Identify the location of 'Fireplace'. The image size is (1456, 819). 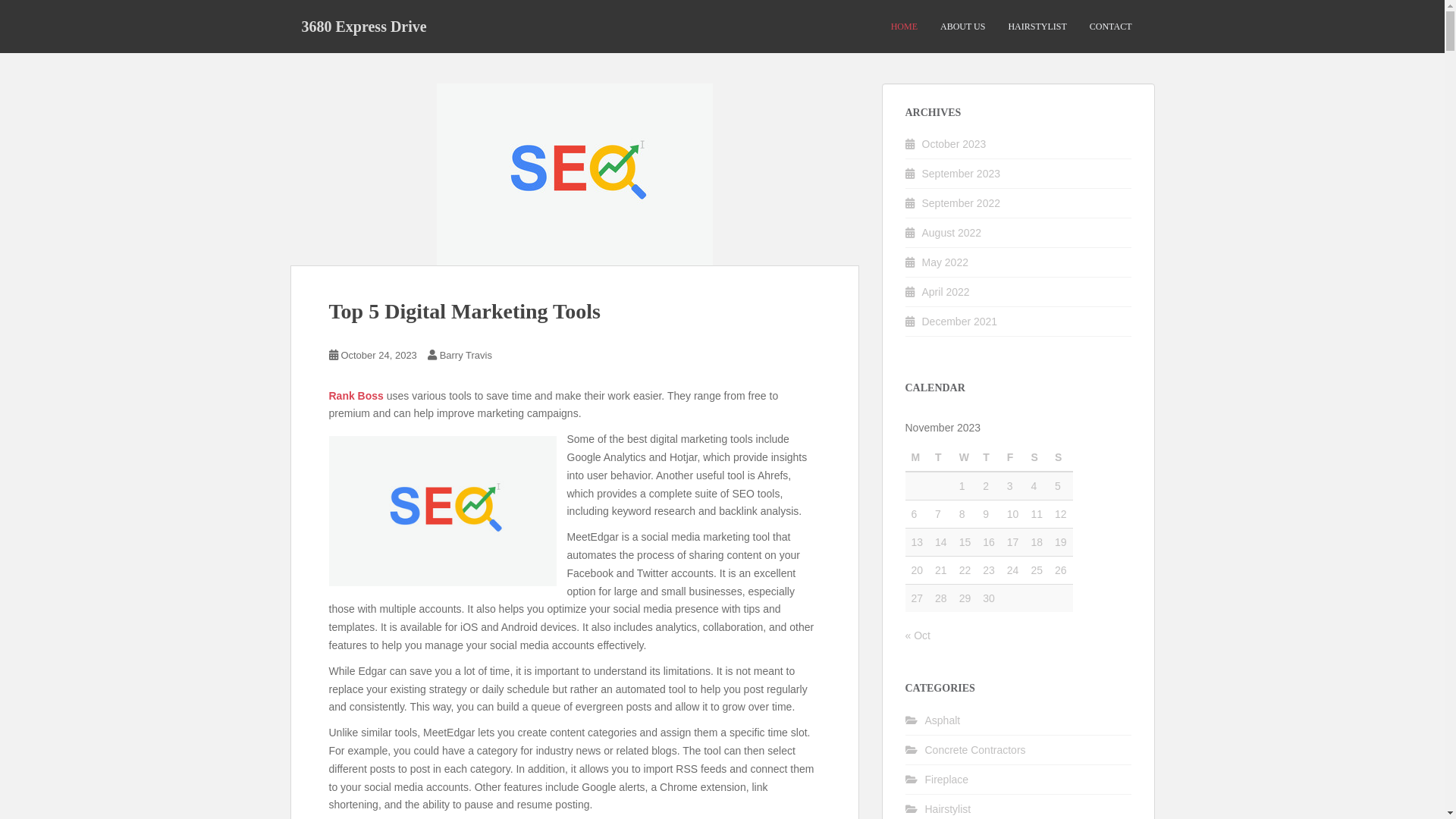
(946, 780).